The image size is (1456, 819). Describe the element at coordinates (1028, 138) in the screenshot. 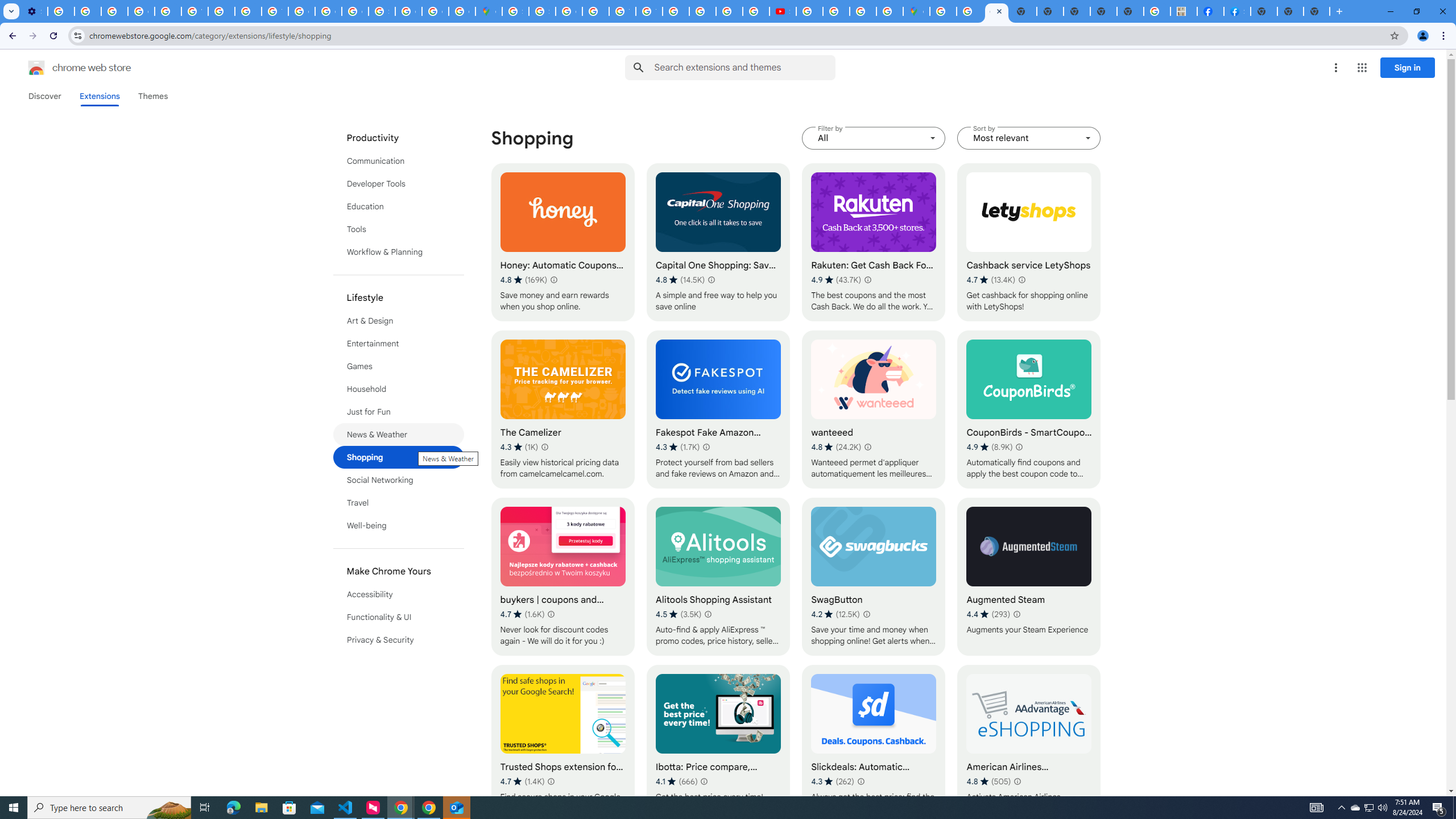

I see `'Sort by Most relevant'` at that location.